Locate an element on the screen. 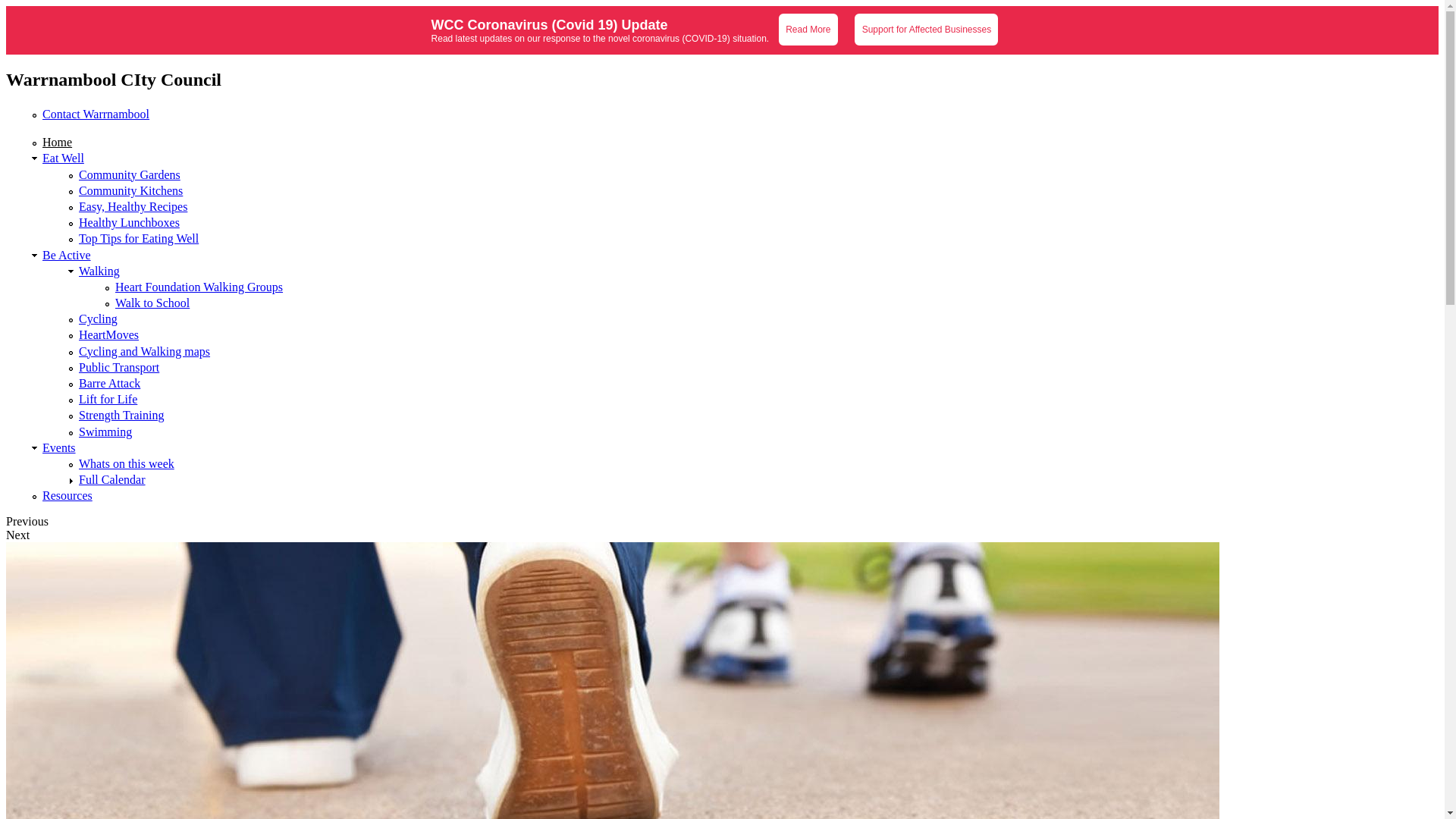 Image resolution: width=1456 pixels, height=819 pixels. 'Lift for Life' is located at coordinates (107, 398).